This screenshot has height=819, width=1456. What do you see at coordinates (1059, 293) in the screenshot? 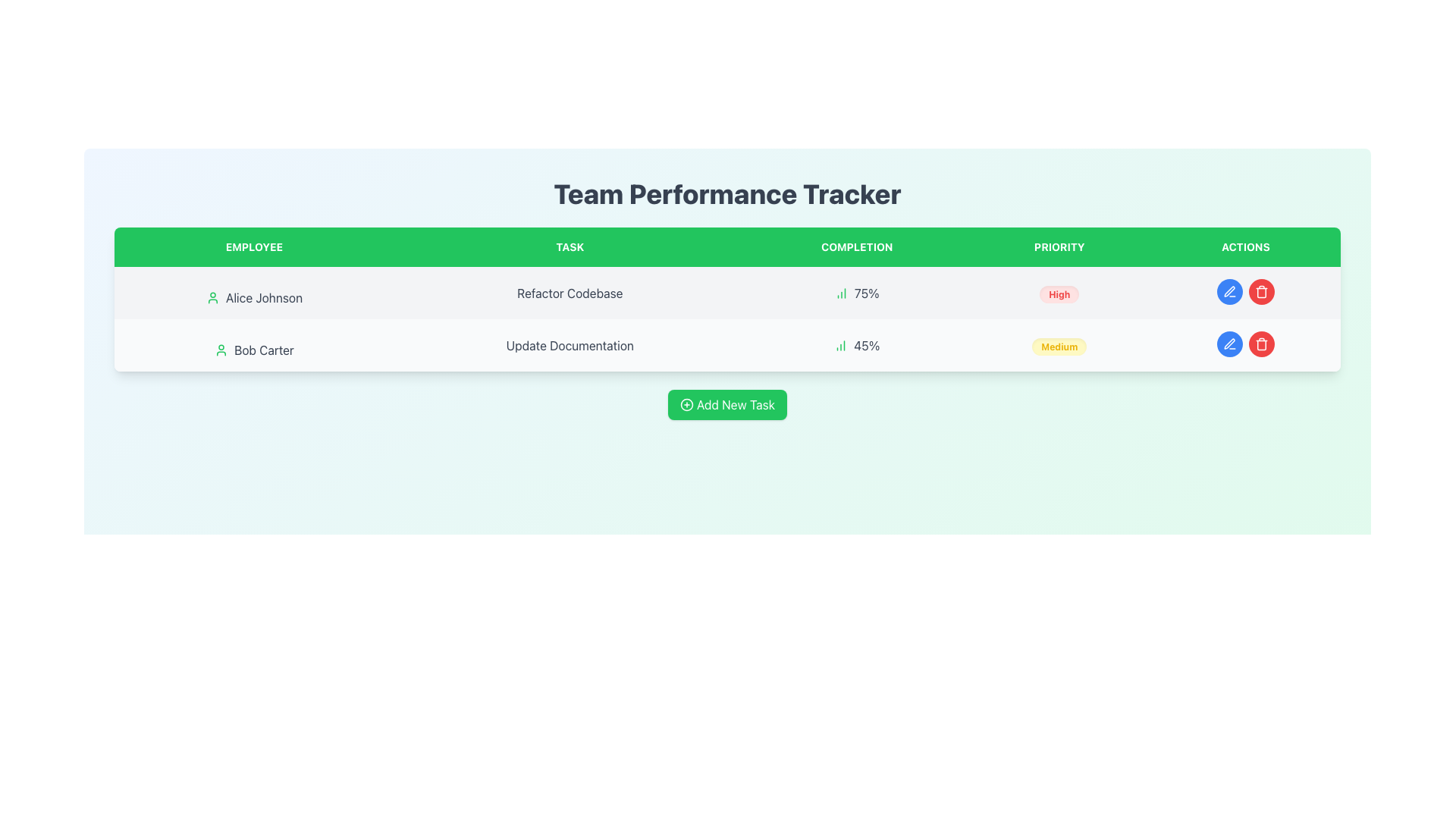
I see `the static text label with red text reading 'High' in the 'Priority' column for 'Alice Johnson' in the task table` at bounding box center [1059, 293].